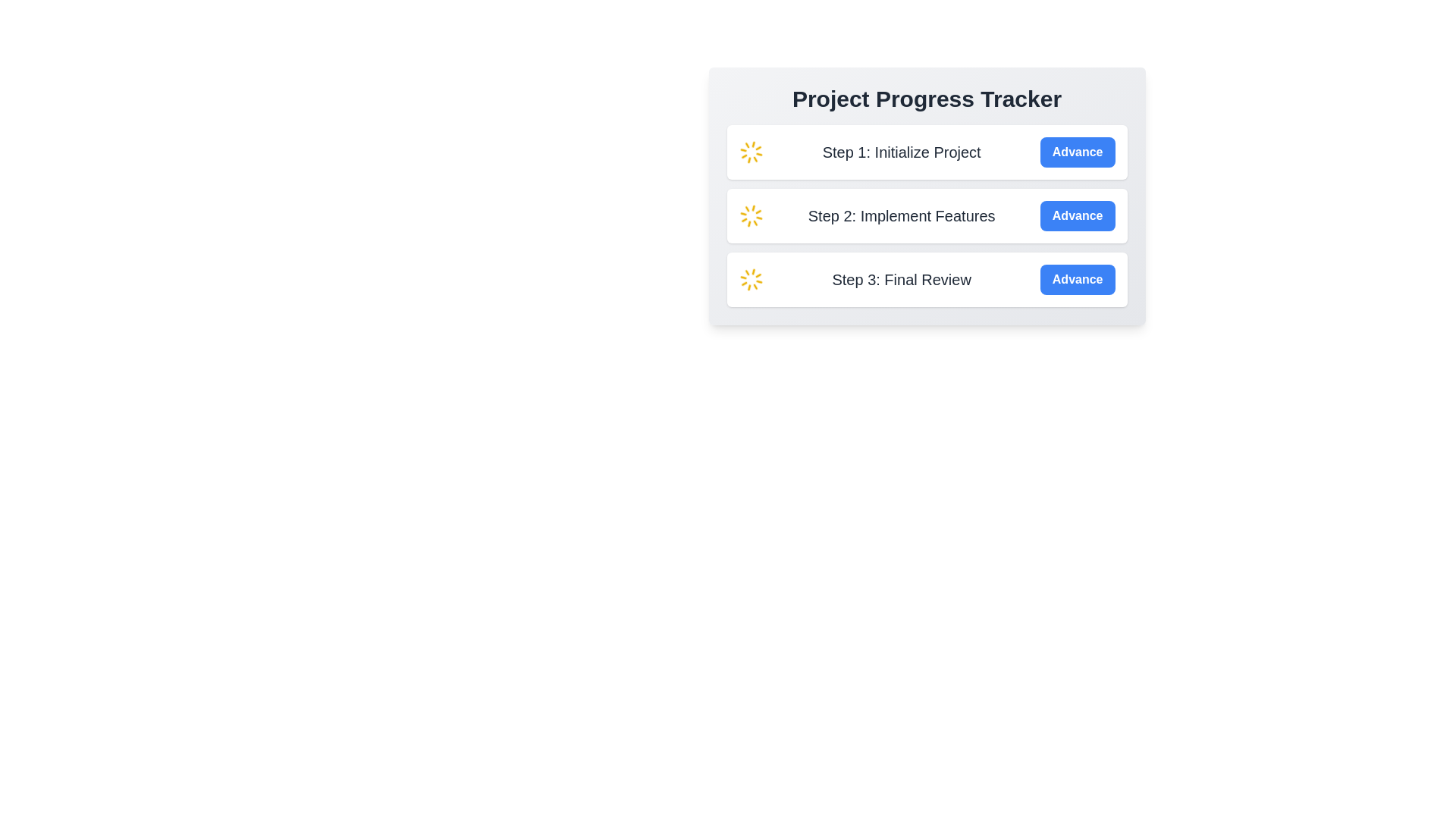 The height and width of the screenshot is (819, 1456). What do you see at coordinates (1077, 216) in the screenshot?
I see `the second 'Advance' button with a bright blue background and white bold text to proceed to the next step` at bounding box center [1077, 216].